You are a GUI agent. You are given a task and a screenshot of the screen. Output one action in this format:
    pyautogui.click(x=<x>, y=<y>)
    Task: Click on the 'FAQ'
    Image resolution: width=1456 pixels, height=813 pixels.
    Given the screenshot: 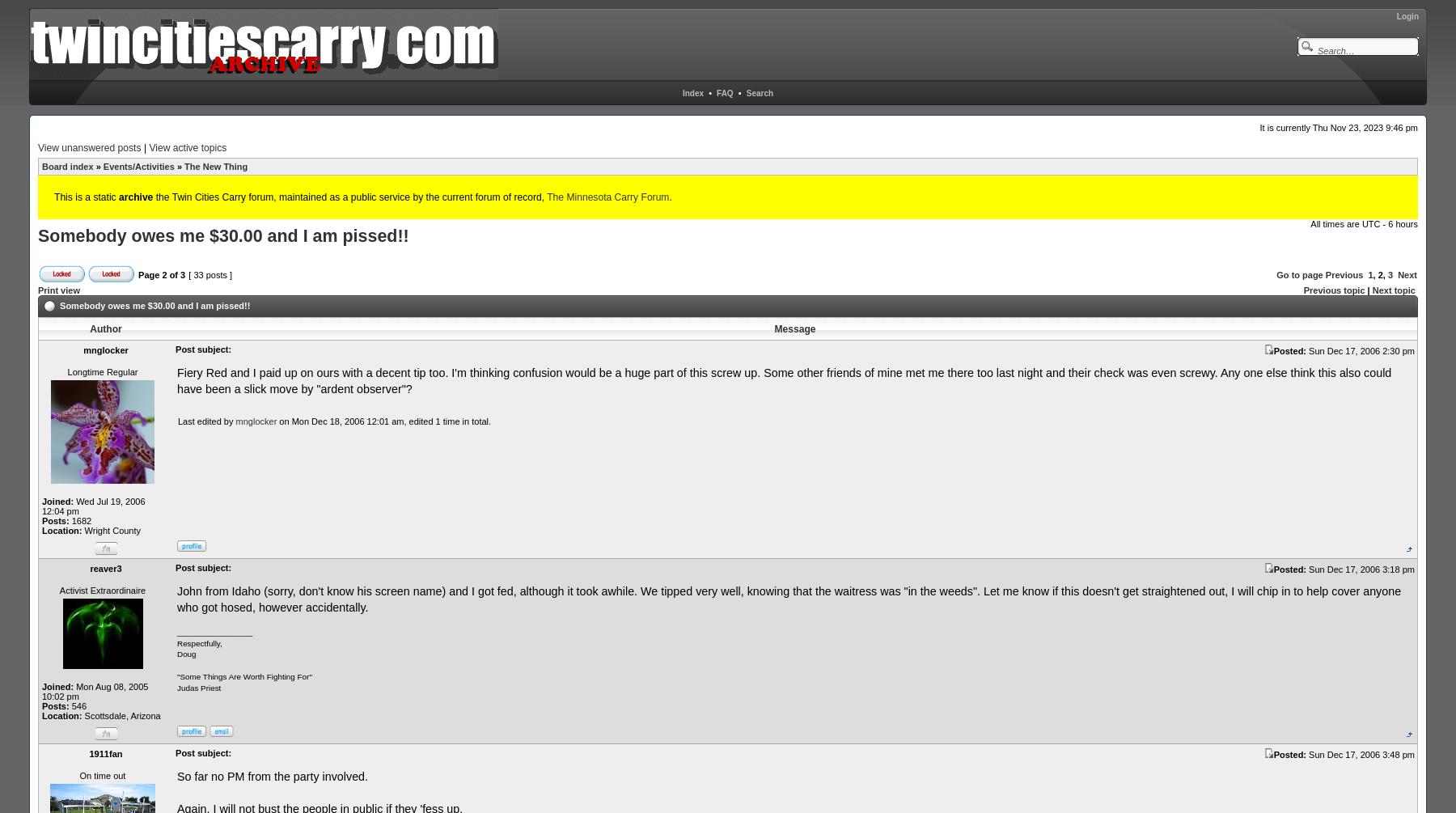 What is the action you would take?
    pyautogui.click(x=725, y=92)
    